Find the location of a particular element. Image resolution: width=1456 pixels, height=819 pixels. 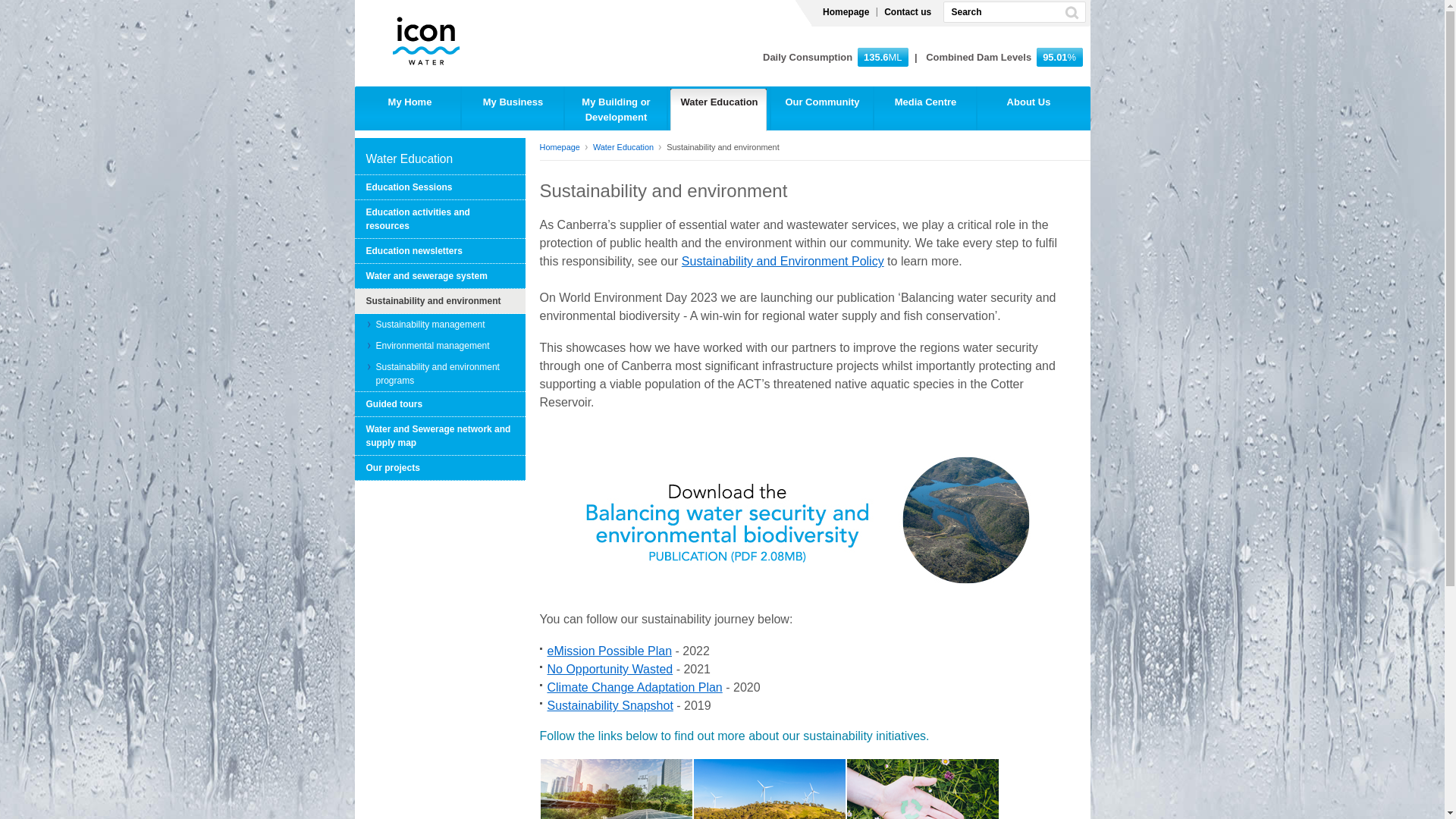

'Our Community' is located at coordinates (821, 108).